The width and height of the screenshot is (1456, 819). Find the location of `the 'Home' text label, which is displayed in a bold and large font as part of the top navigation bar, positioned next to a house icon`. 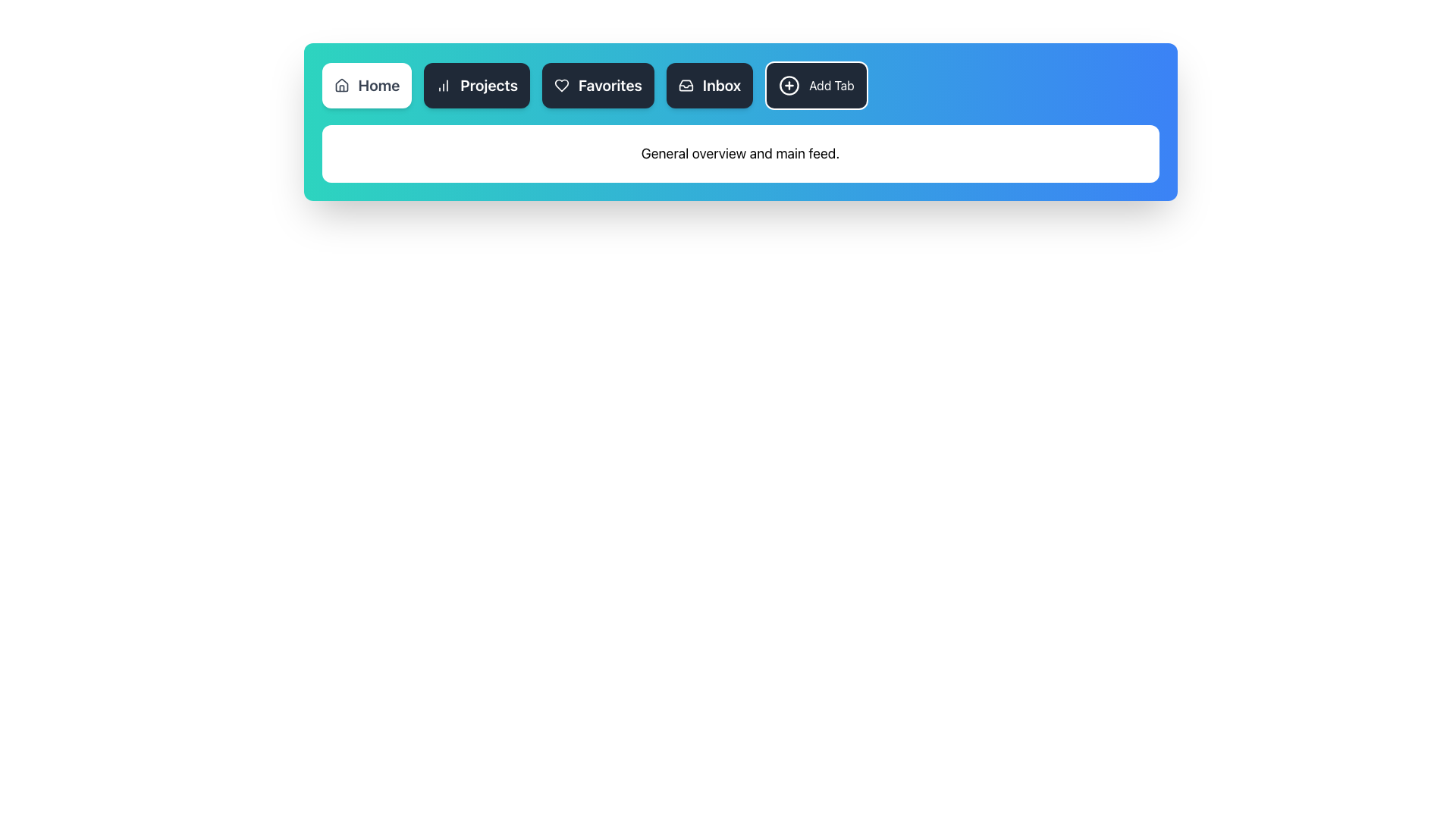

the 'Home' text label, which is displayed in a bold and large font as part of the top navigation bar, positioned next to a house icon is located at coordinates (378, 85).